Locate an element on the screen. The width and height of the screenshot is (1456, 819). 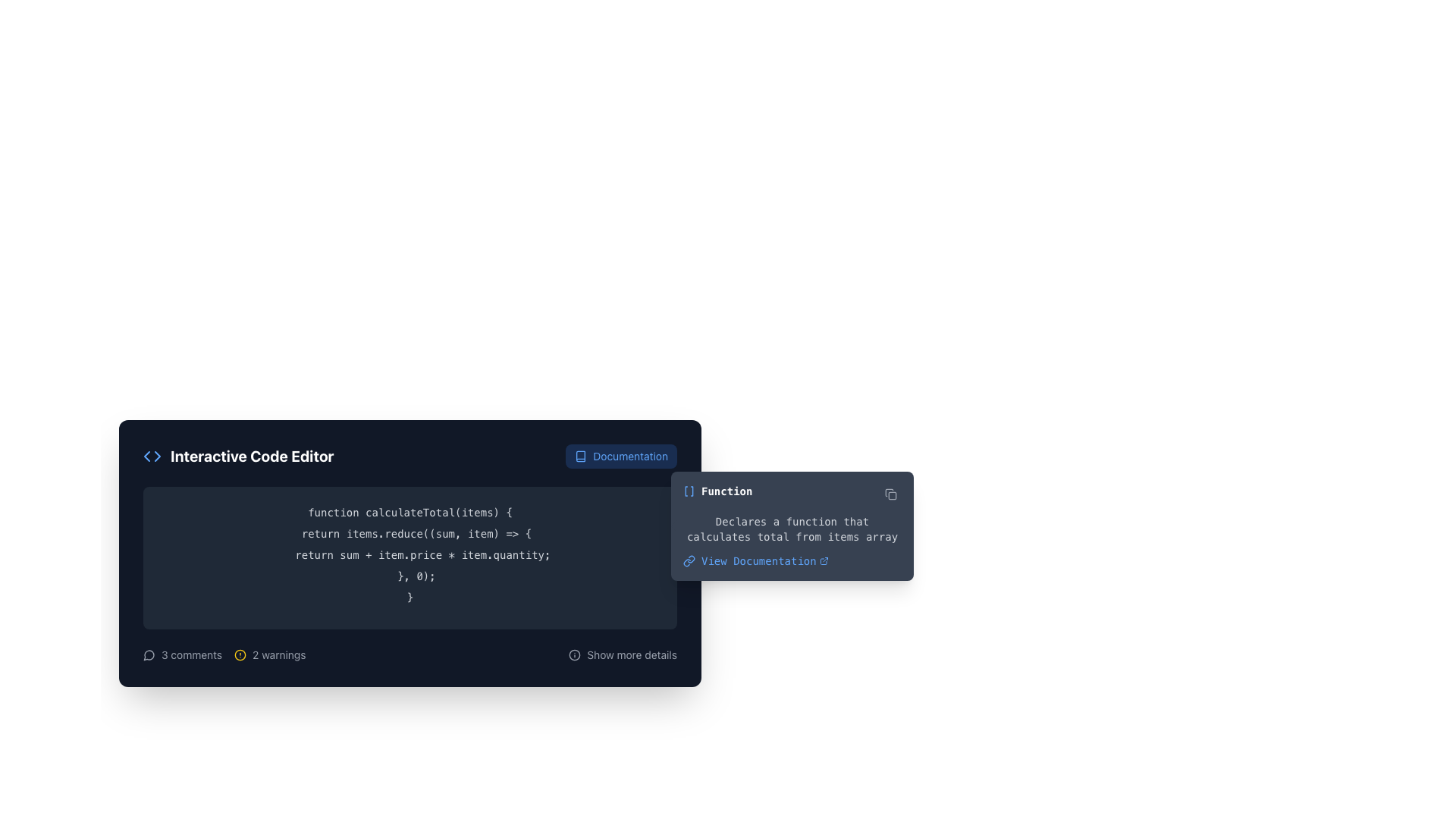
text label that displays the count of warnings associated with the adjacent code block, located at the lower part of the interactive code editor area, to understand the warnings count is located at coordinates (279, 654).